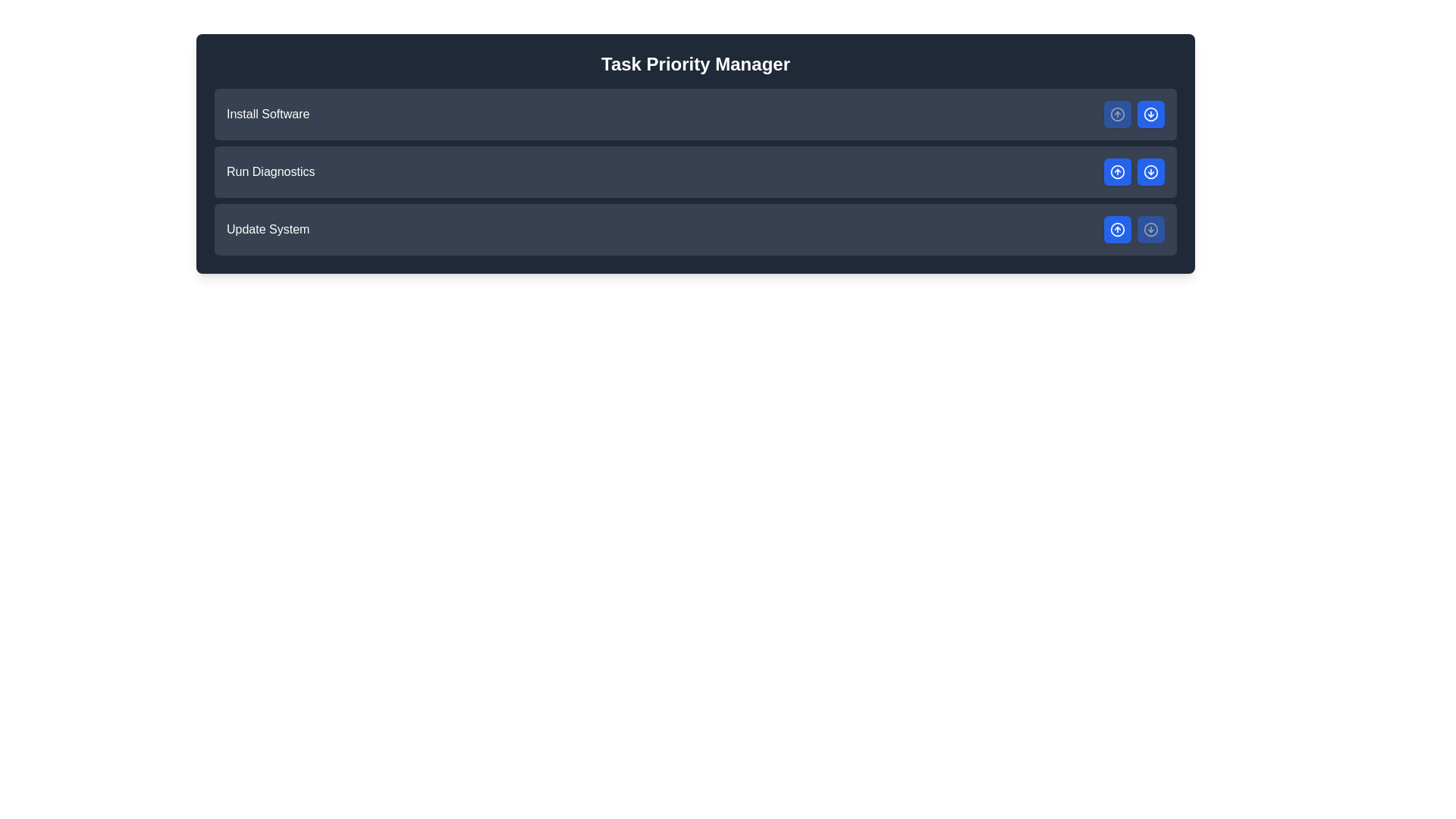 This screenshot has width=1456, height=819. Describe the element at coordinates (1117, 230) in the screenshot. I see `the blue button with rounded corners and an upwards-pointing arrow symbol, located in the third row corresponding to the 'Update System' entry` at that location.